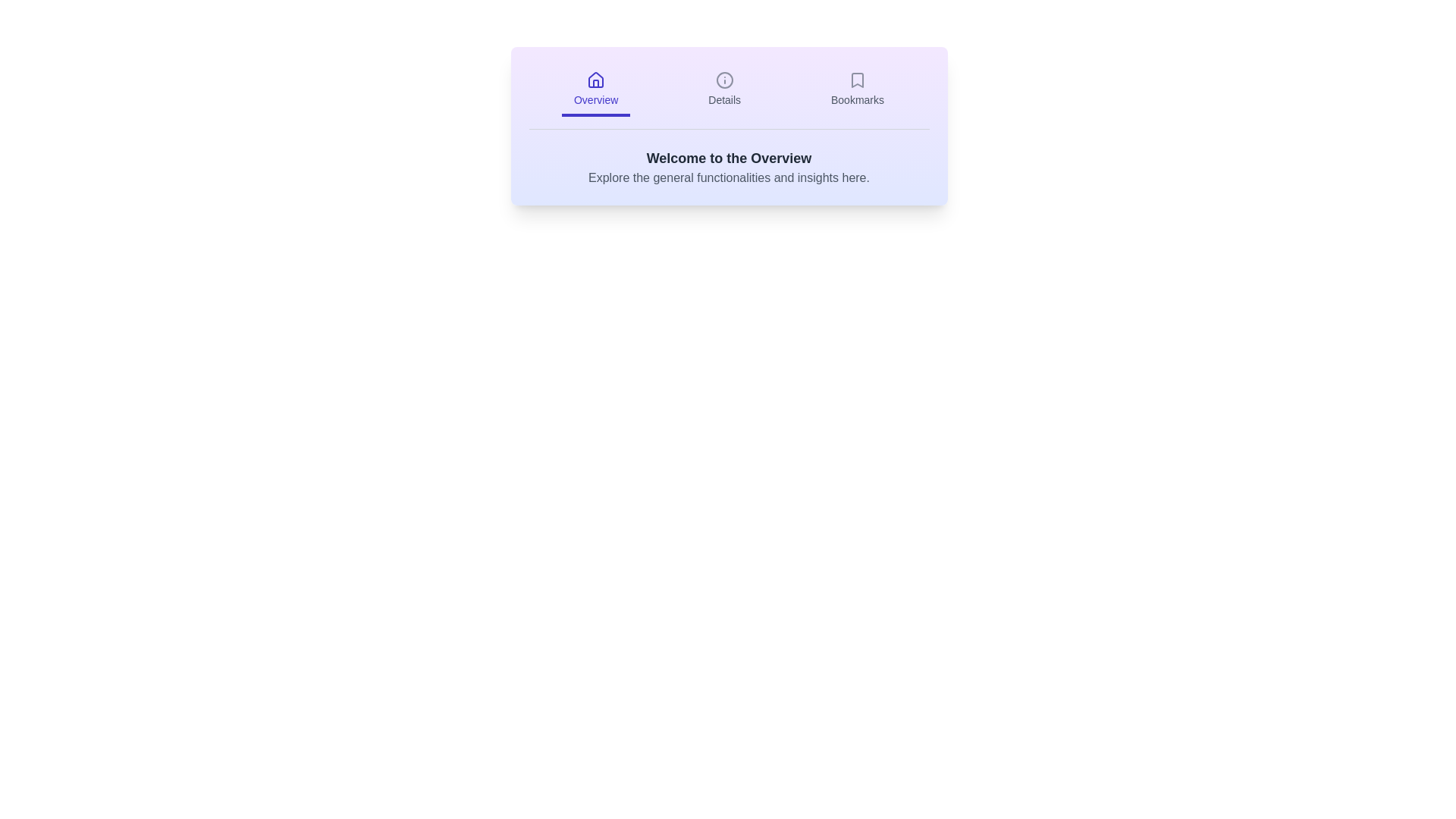 Image resolution: width=1456 pixels, height=819 pixels. Describe the element at coordinates (858, 80) in the screenshot. I see `the bookmark icon located in the top navigation menu above the 'Bookmarks' text, which is the third item from the left in the 'Bookmarks' section` at that location.